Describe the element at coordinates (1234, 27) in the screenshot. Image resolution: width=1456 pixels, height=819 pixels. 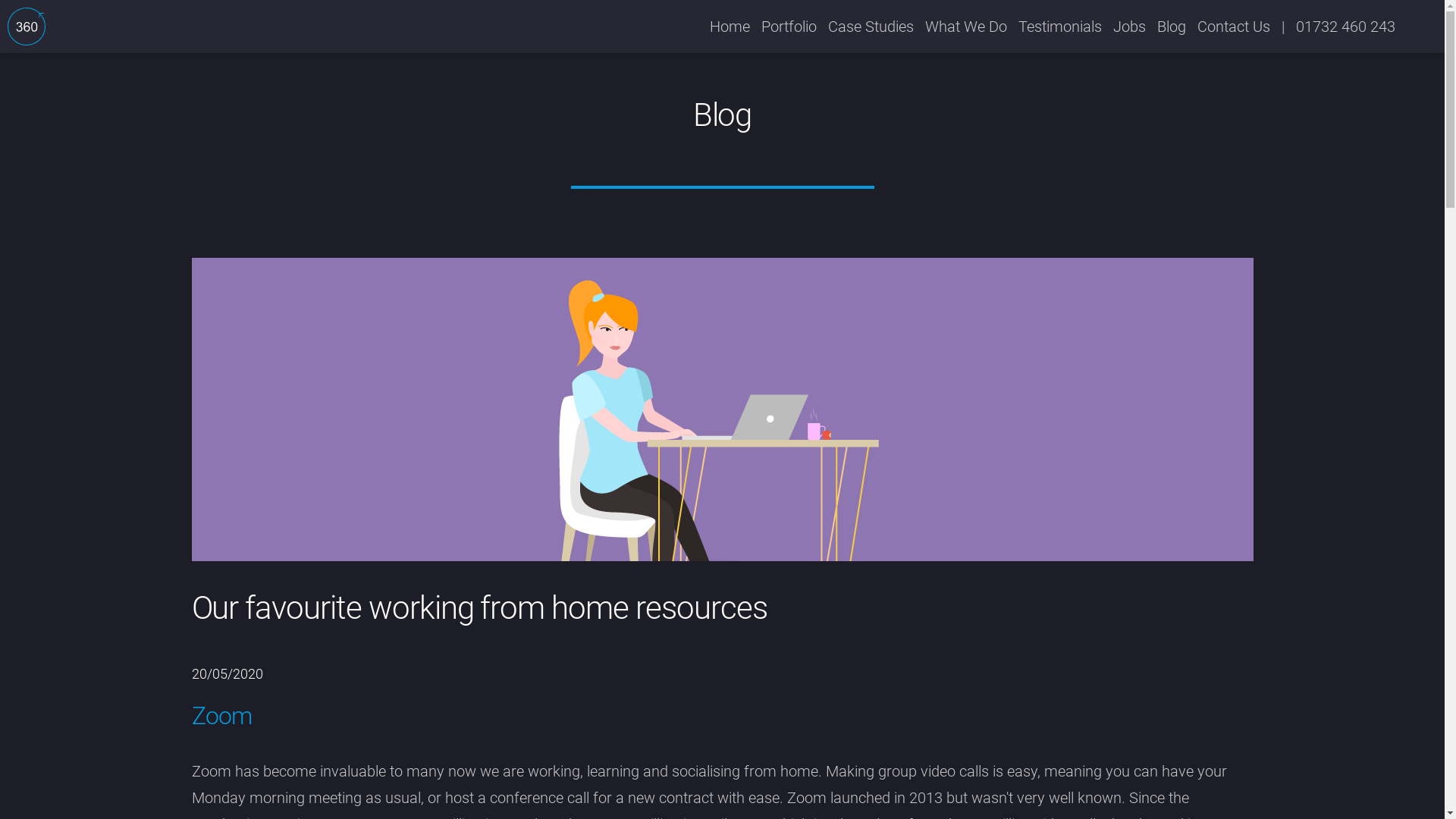
I see `'Contact Us'` at that location.